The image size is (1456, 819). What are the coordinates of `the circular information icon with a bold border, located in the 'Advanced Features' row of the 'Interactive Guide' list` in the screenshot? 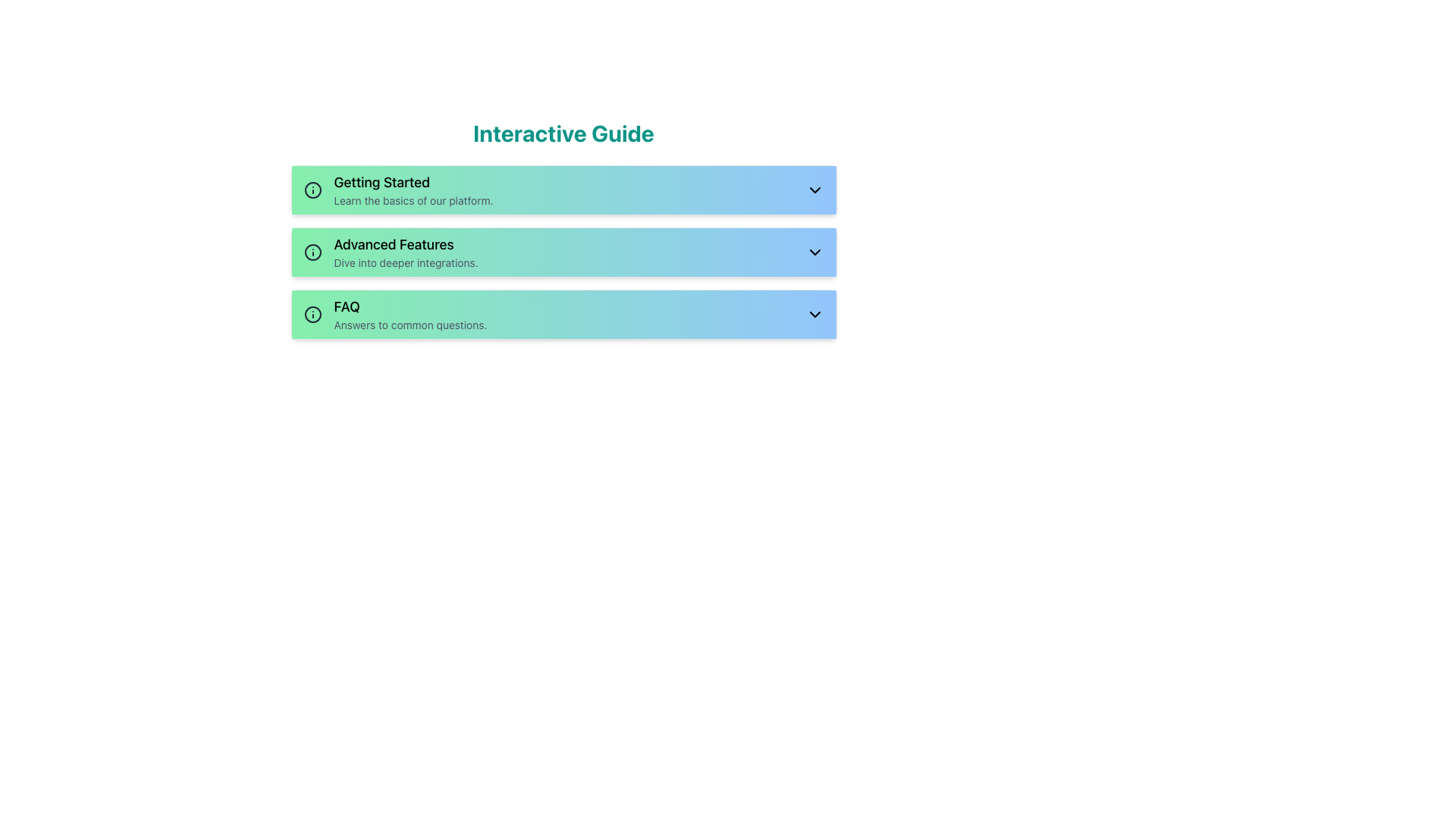 It's located at (312, 251).